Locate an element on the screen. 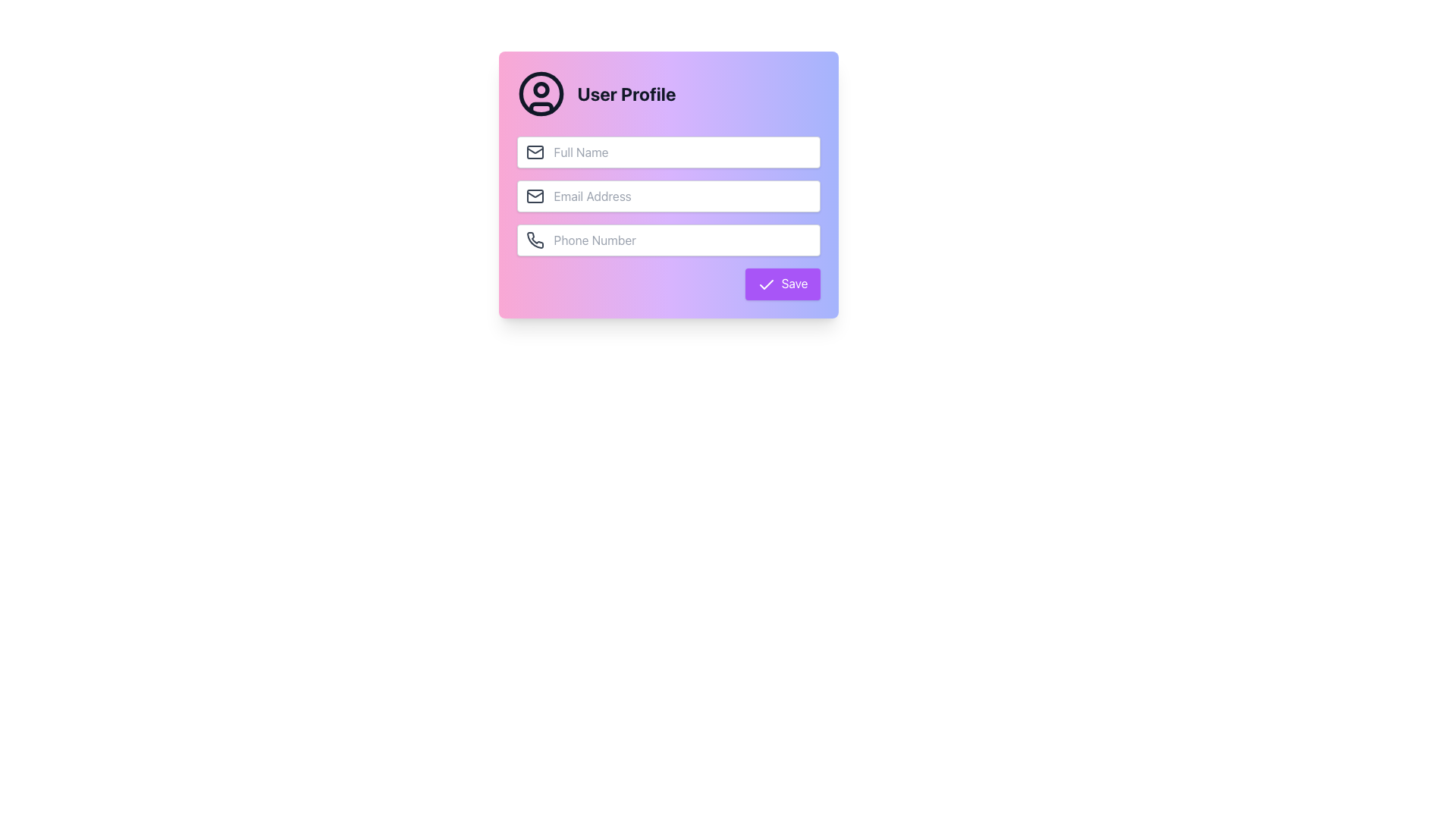  the envelope icon located to the left of the 'Full Name' form field, which symbolizes mail or messages is located at coordinates (535, 152).